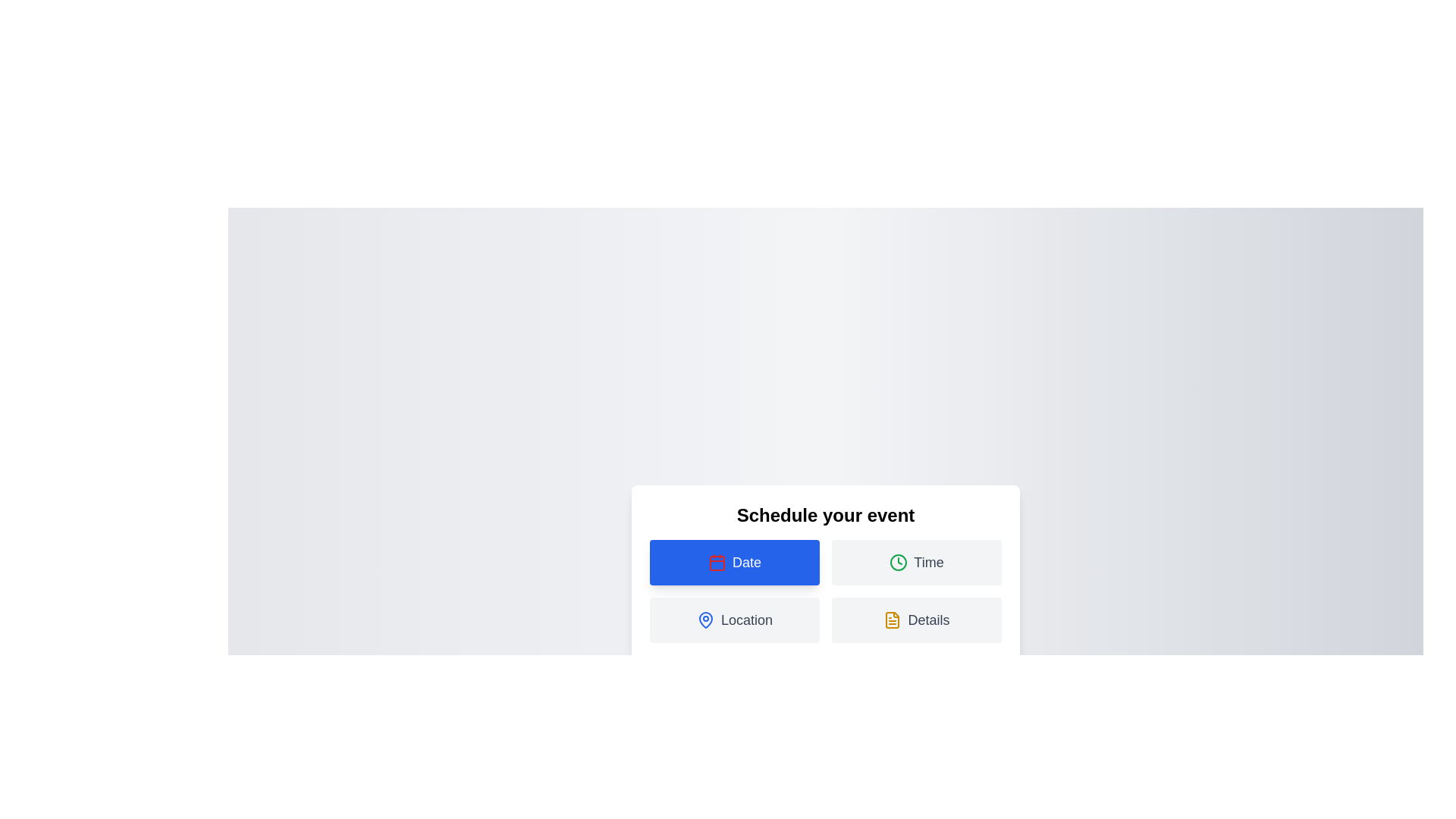  I want to click on the calendar icon, which is a red outlined rectangle with rounded corners located inside the blue 'Date' button in the top-left quadrant, so click(716, 562).